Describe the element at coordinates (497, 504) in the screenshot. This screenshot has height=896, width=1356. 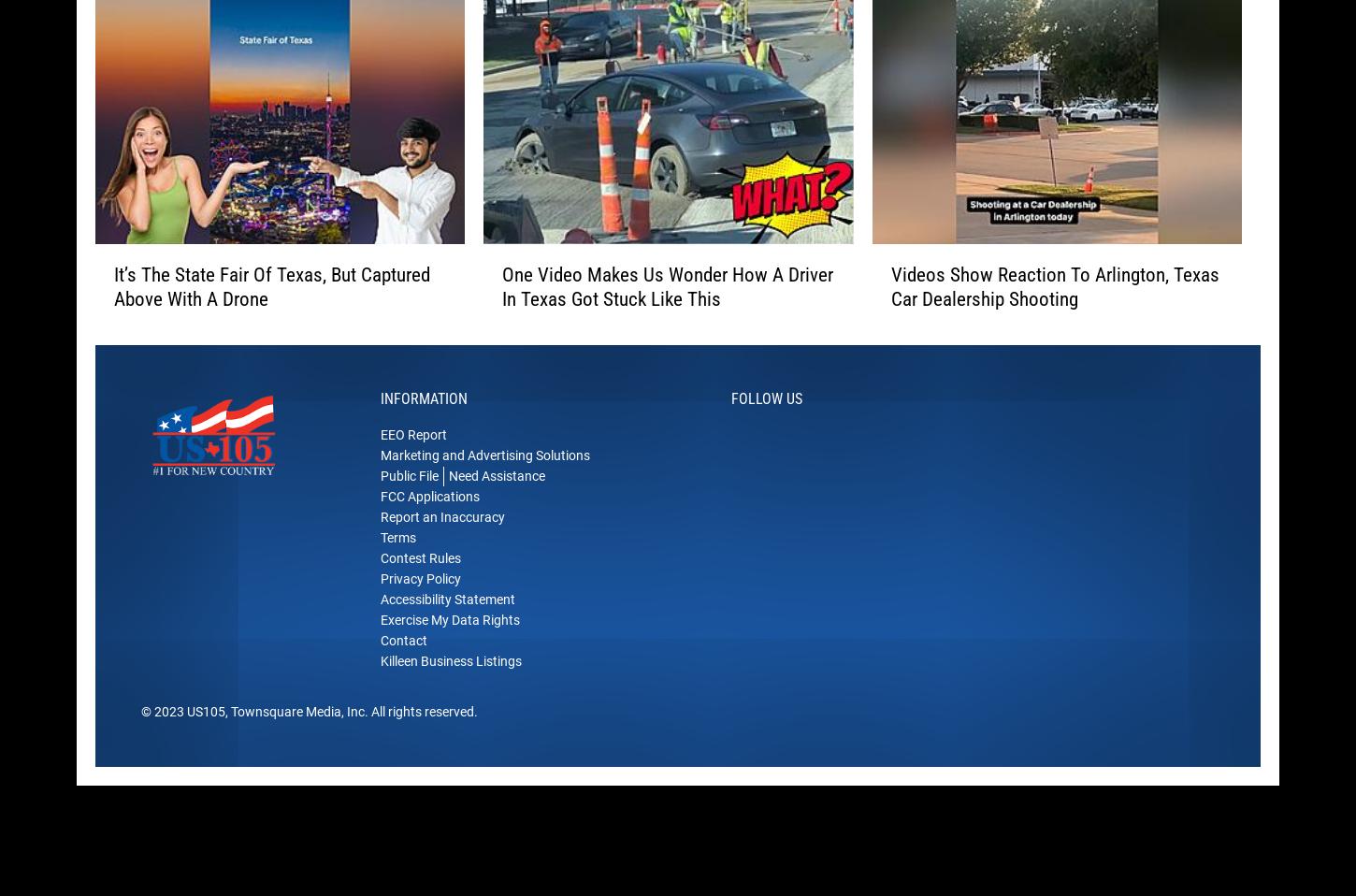
I see `'Need Assistance'` at that location.